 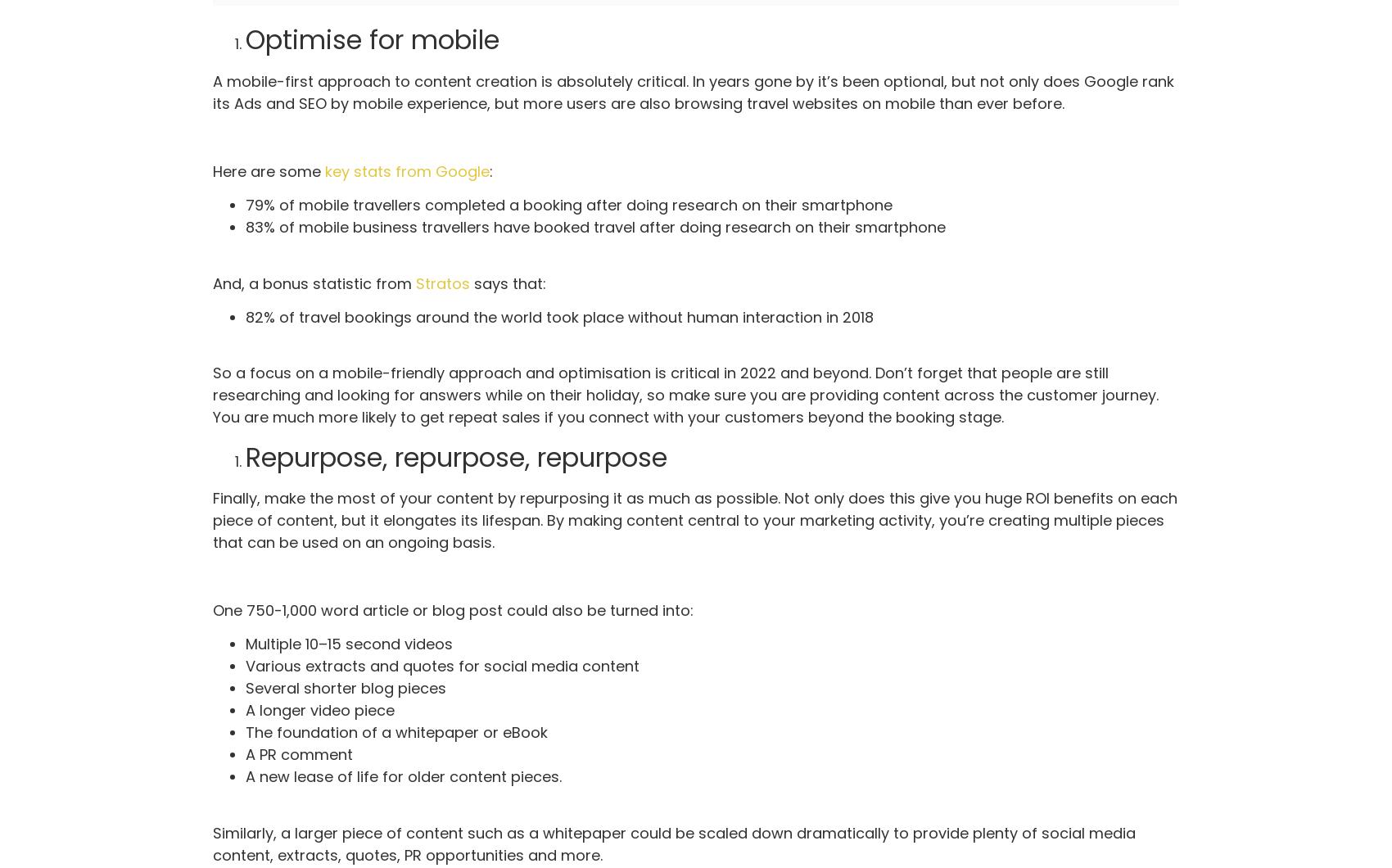 I want to click on 'Optimise for mobile', so click(x=372, y=39).